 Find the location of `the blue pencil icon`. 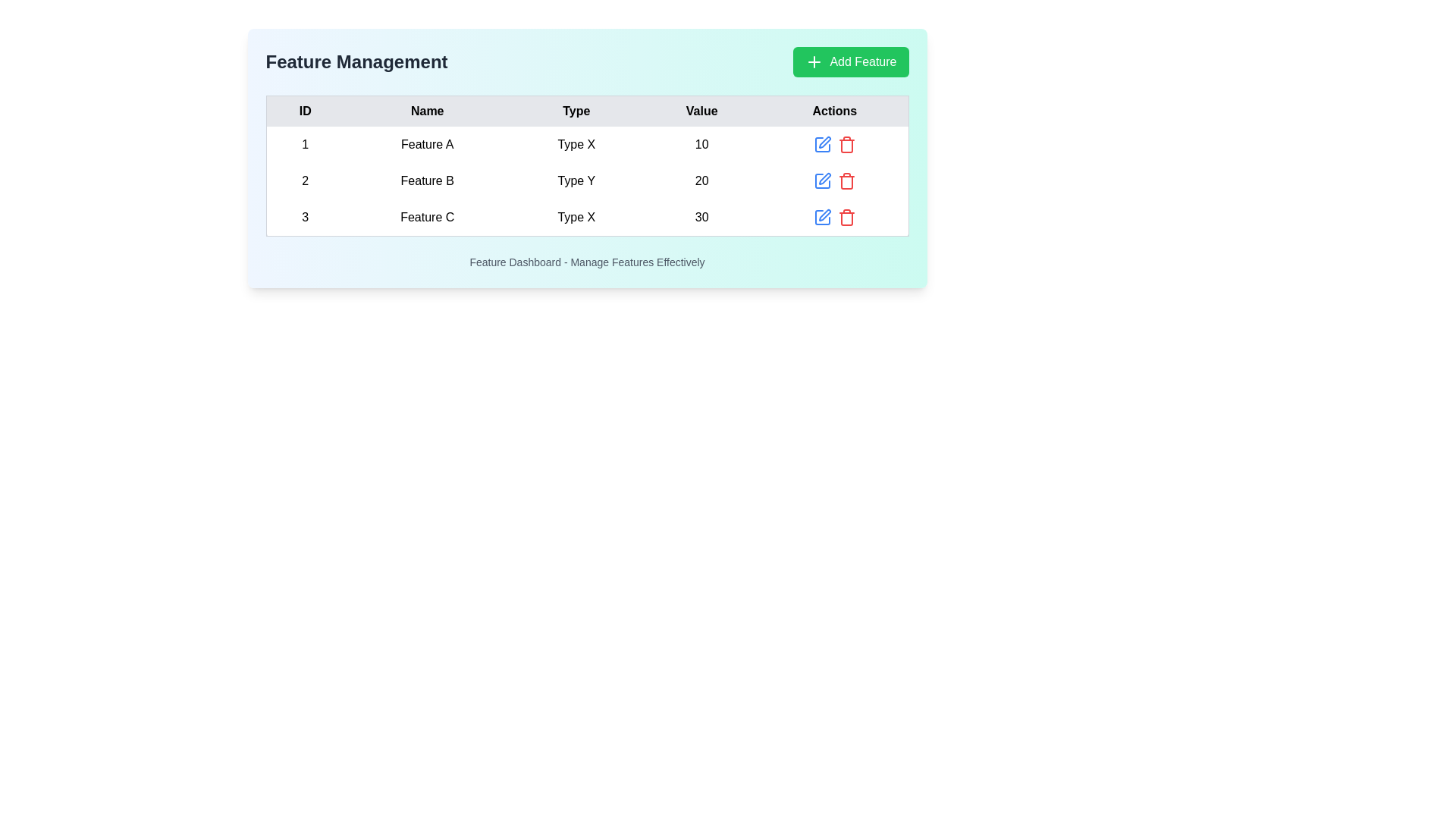

the blue pencil icon is located at coordinates (834, 218).